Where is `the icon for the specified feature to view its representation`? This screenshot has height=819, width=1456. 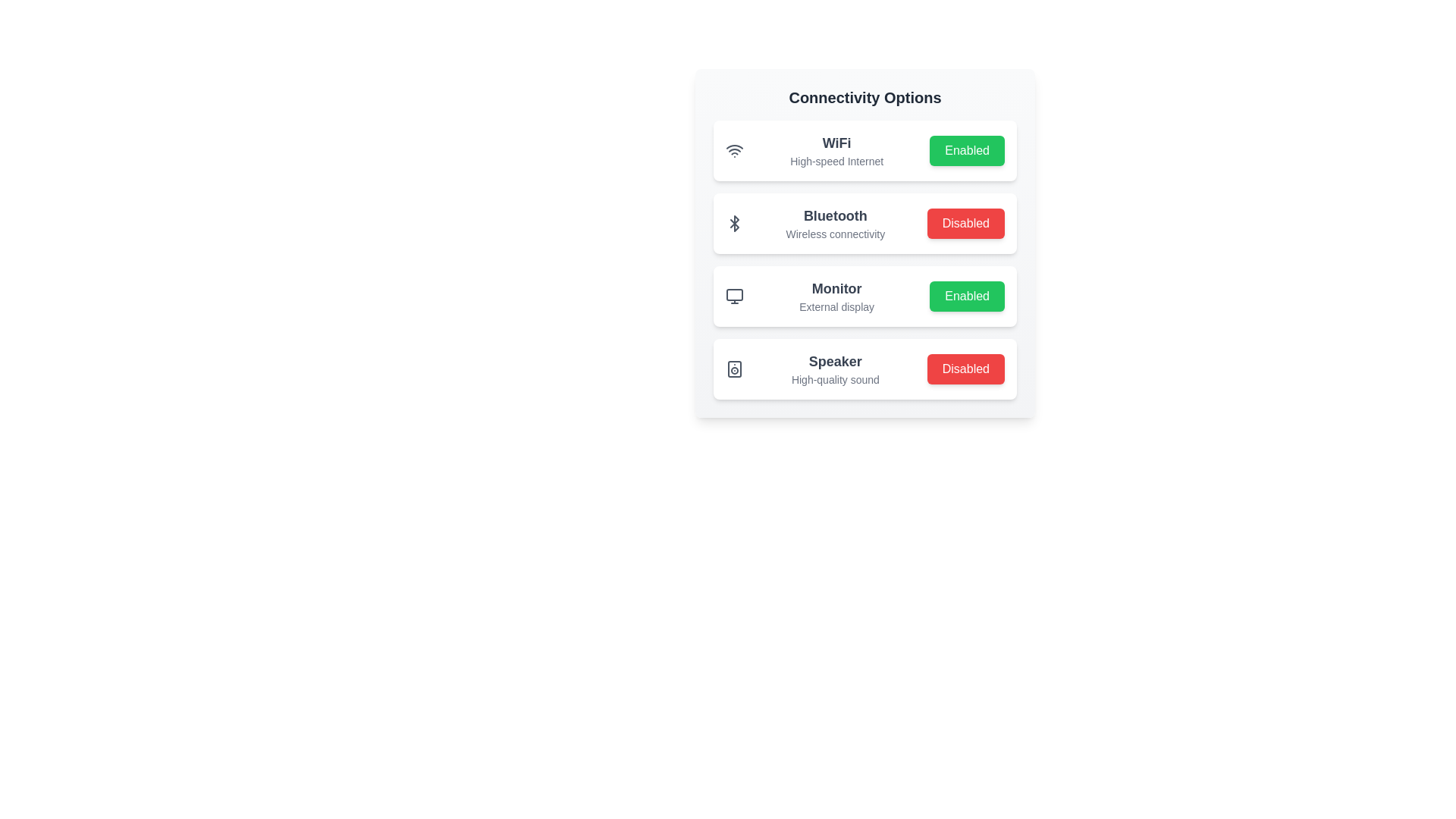
the icon for the specified feature to view its representation is located at coordinates (735, 151).